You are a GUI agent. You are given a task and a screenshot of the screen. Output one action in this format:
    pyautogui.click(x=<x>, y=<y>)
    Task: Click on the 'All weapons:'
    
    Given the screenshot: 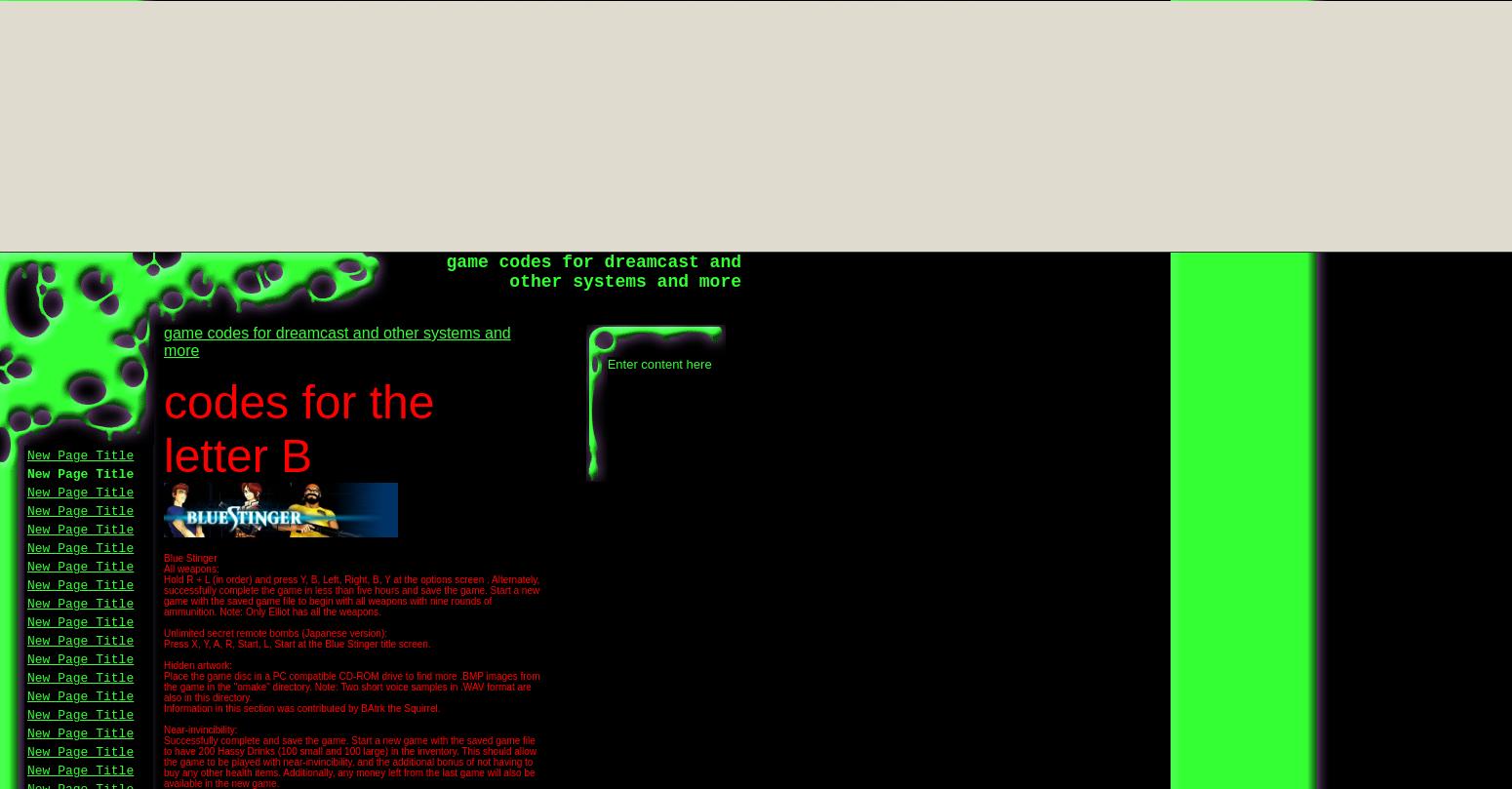 What is the action you would take?
    pyautogui.click(x=190, y=569)
    